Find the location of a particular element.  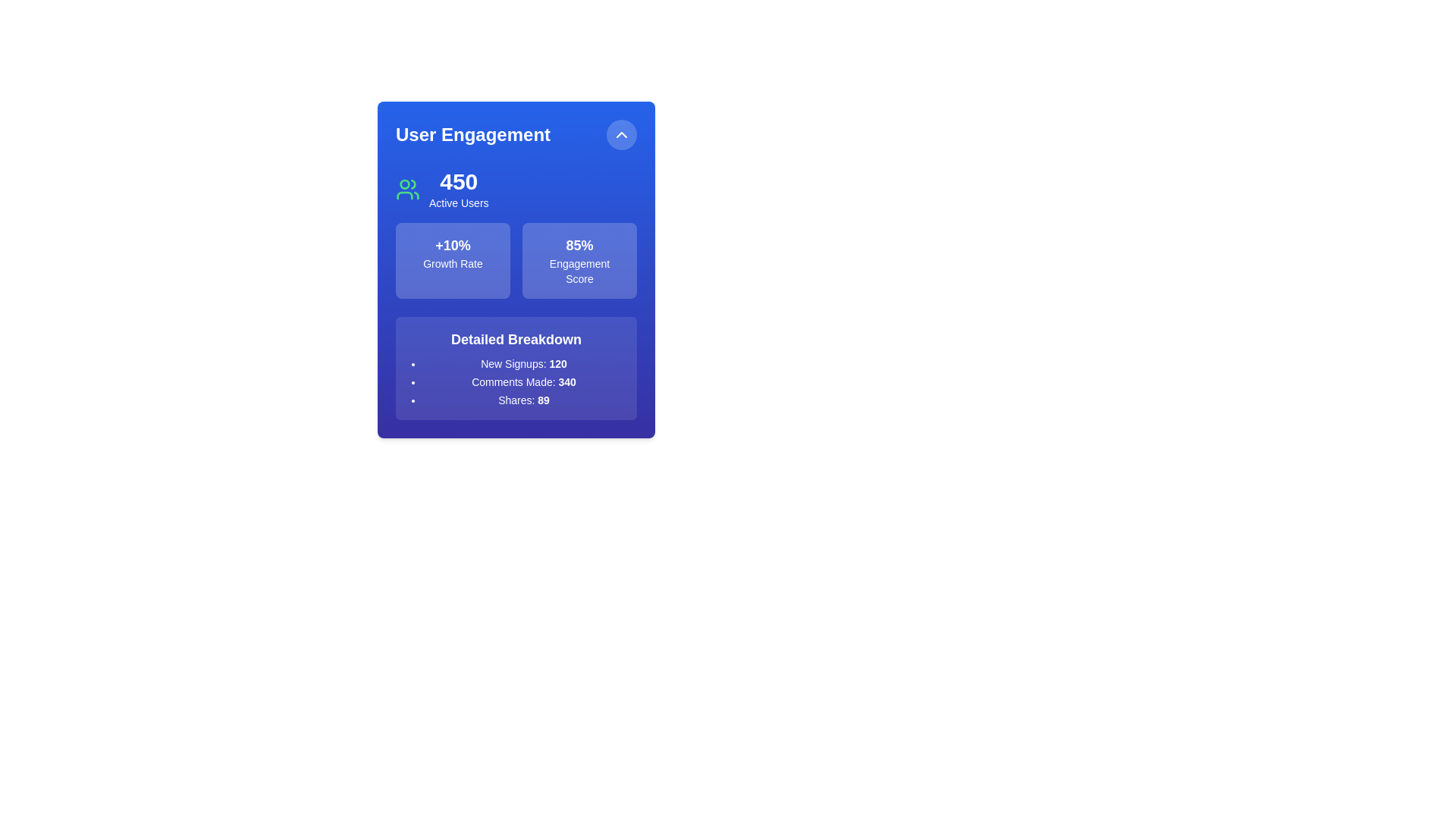

the 'User Engagement' header text to focus the panel for further interaction is located at coordinates (516, 133).